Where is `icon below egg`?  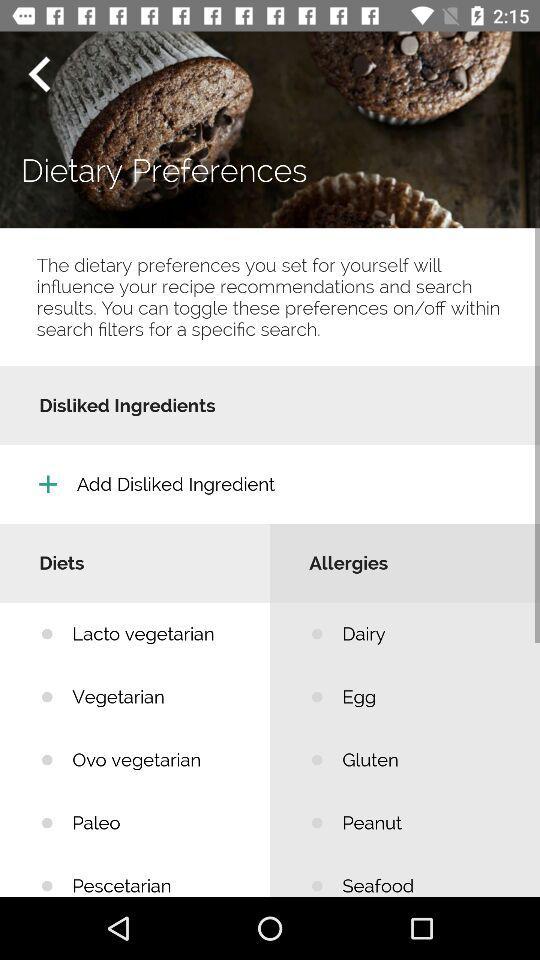 icon below egg is located at coordinates (425, 759).